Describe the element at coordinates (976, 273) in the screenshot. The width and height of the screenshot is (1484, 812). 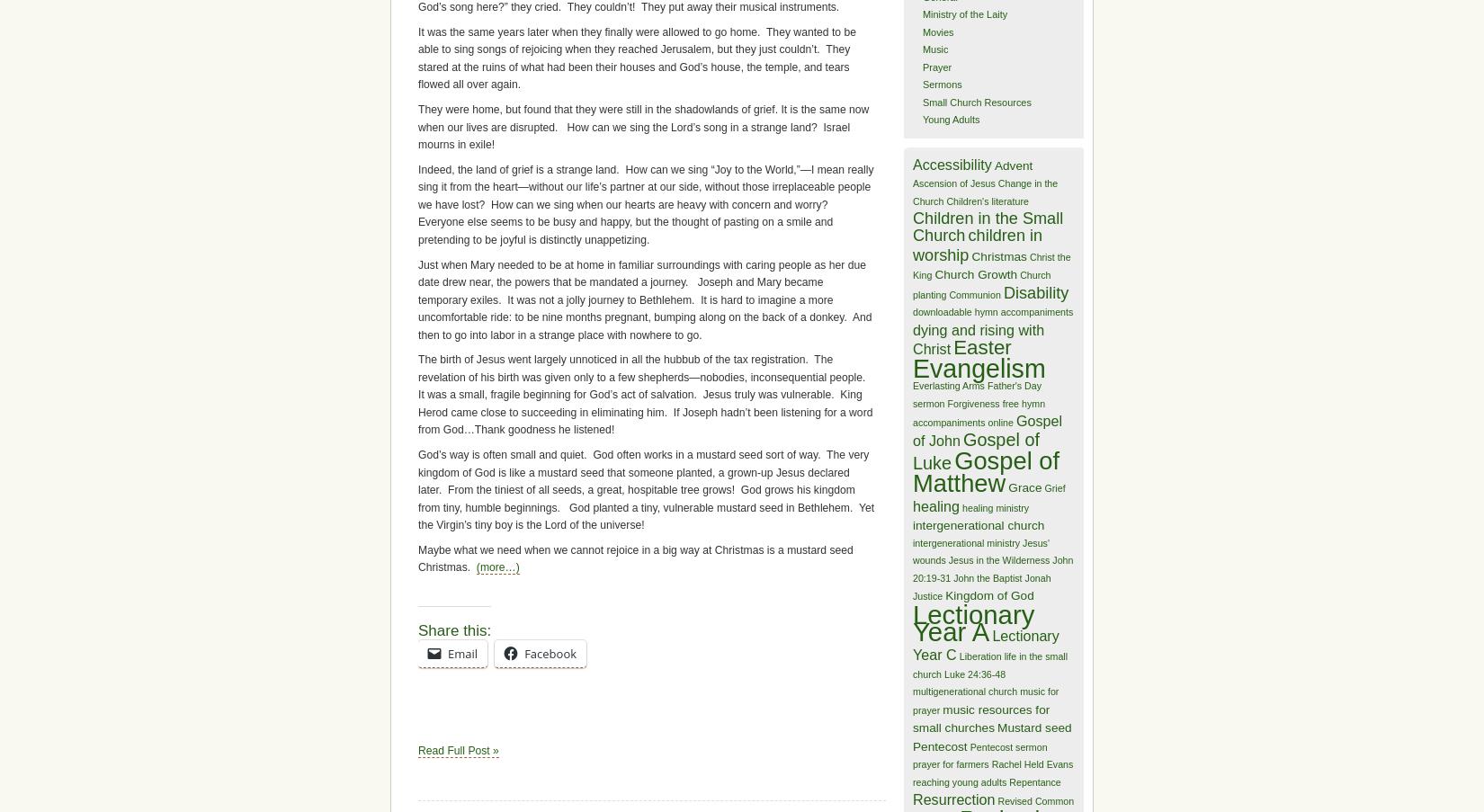
I see `'Church Growth'` at that location.